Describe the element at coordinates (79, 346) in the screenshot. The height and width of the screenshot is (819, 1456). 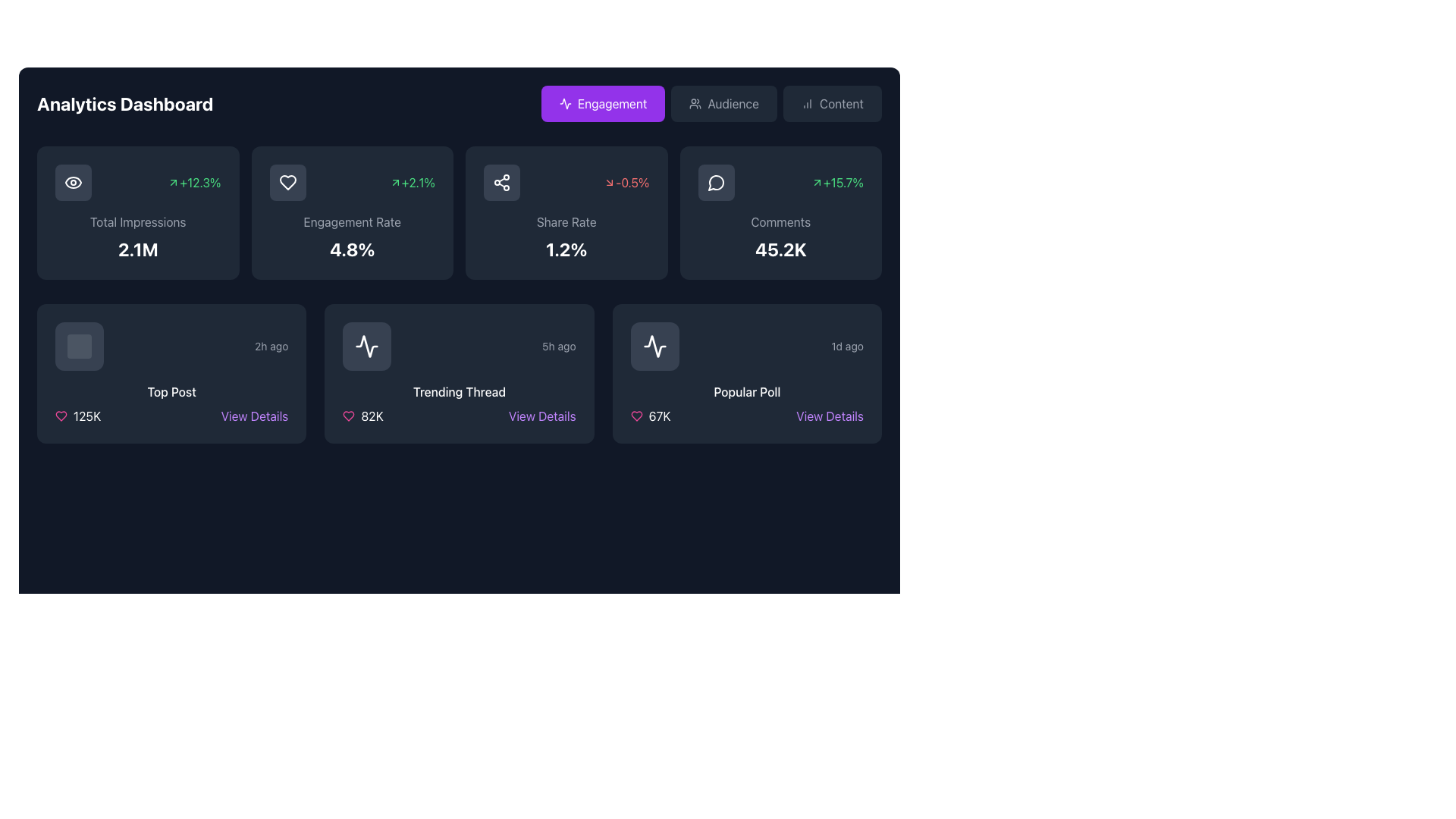
I see `the Decorative graphical element located centrally within the 'Top Post' card, which serves as a visual or functional placeholder` at that location.